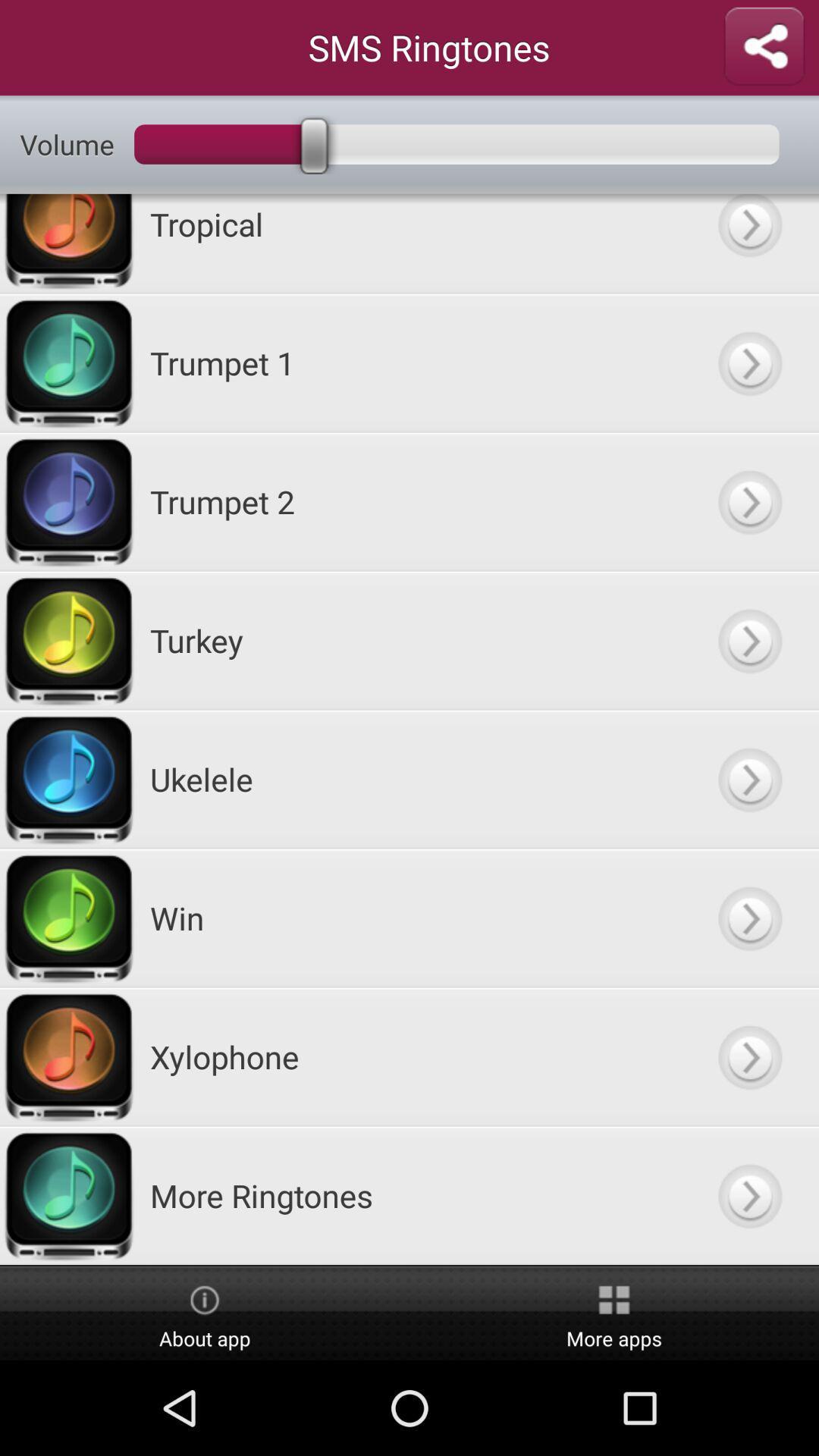 Image resolution: width=819 pixels, height=1456 pixels. Describe the element at coordinates (748, 1056) in the screenshot. I see `next button` at that location.